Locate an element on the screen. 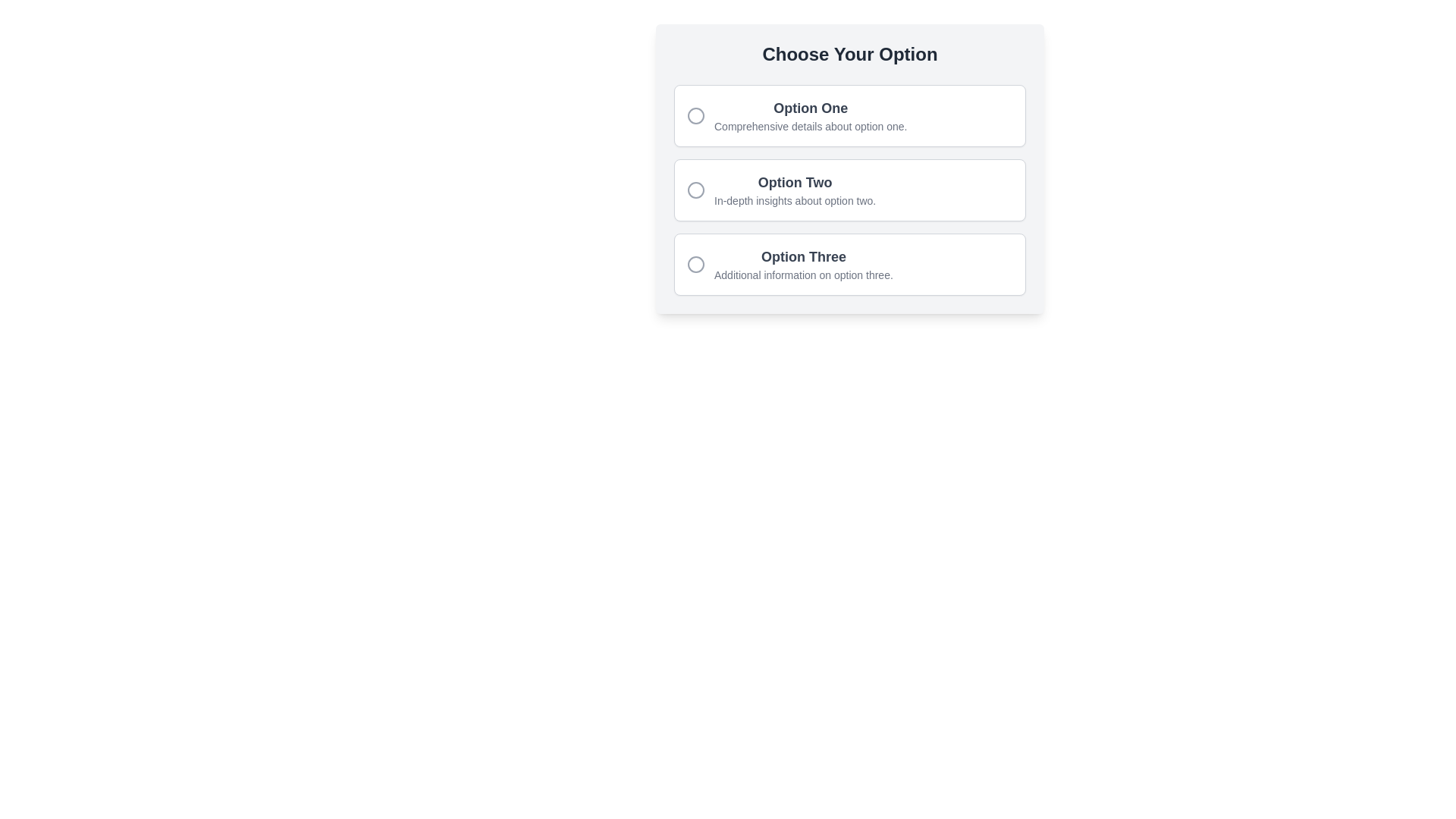 The width and height of the screenshot is (1456, 819). the circular radio button located to the left of the 'Option One' text is located at coordinates (695, 115).